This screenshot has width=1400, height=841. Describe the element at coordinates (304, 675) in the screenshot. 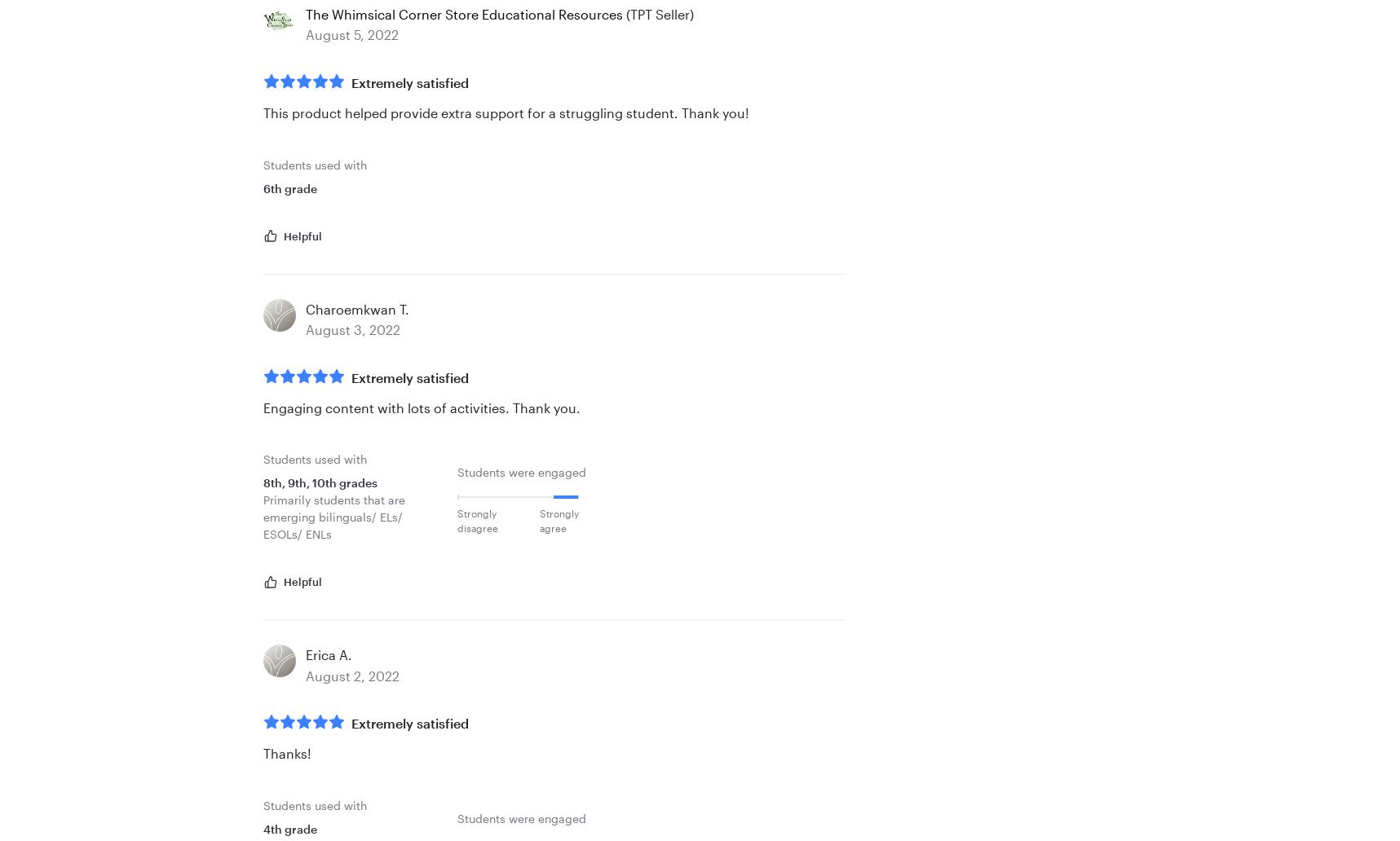

I see `'August 2, 2022'` at that location.